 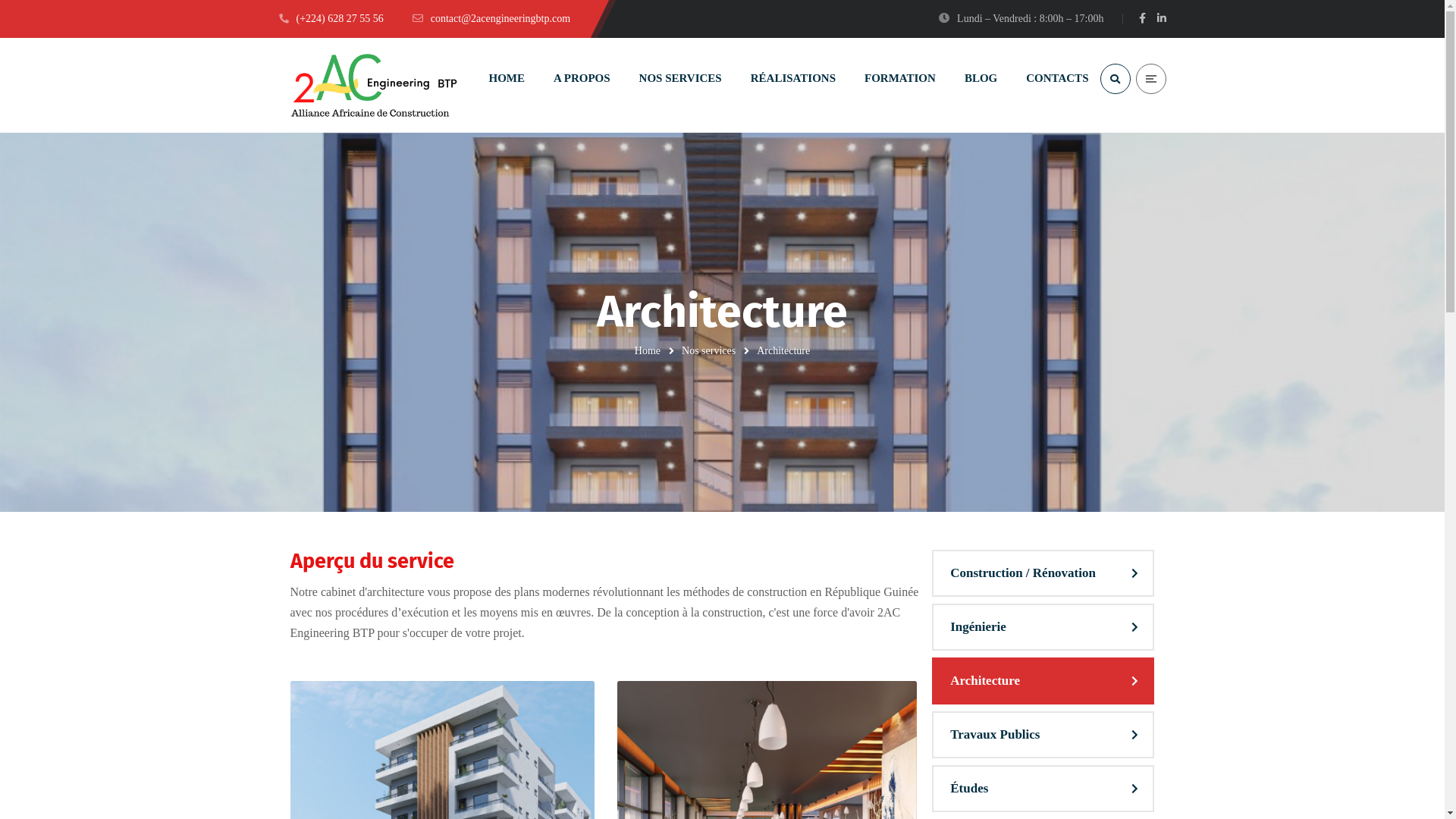 What do you see at coordinates (507, 78) in the screenshot?
I see `'HOME'` at bounding box center [507, 78].